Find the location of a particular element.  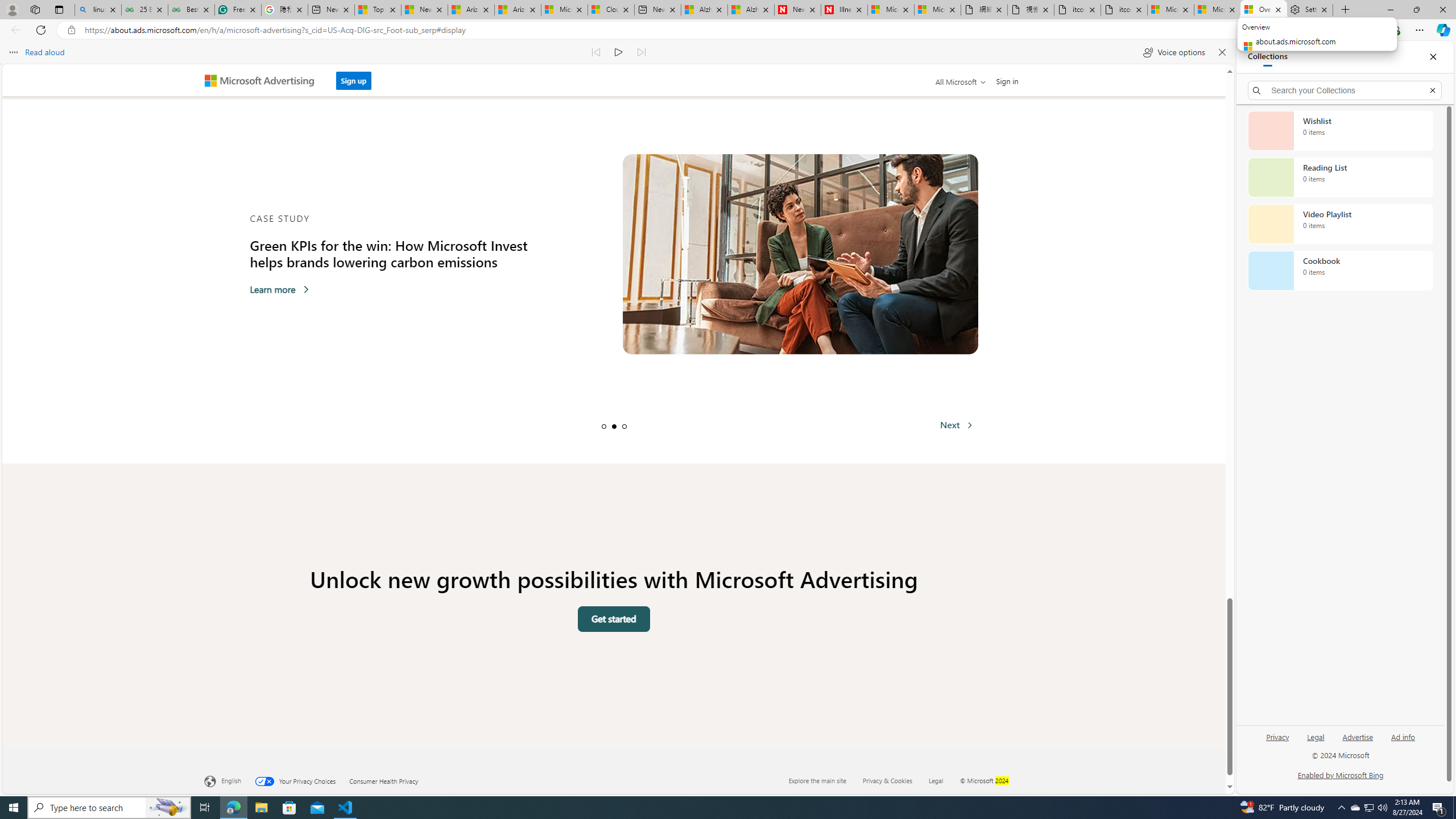

'Slide 1' is located at coordinates (603, 425).